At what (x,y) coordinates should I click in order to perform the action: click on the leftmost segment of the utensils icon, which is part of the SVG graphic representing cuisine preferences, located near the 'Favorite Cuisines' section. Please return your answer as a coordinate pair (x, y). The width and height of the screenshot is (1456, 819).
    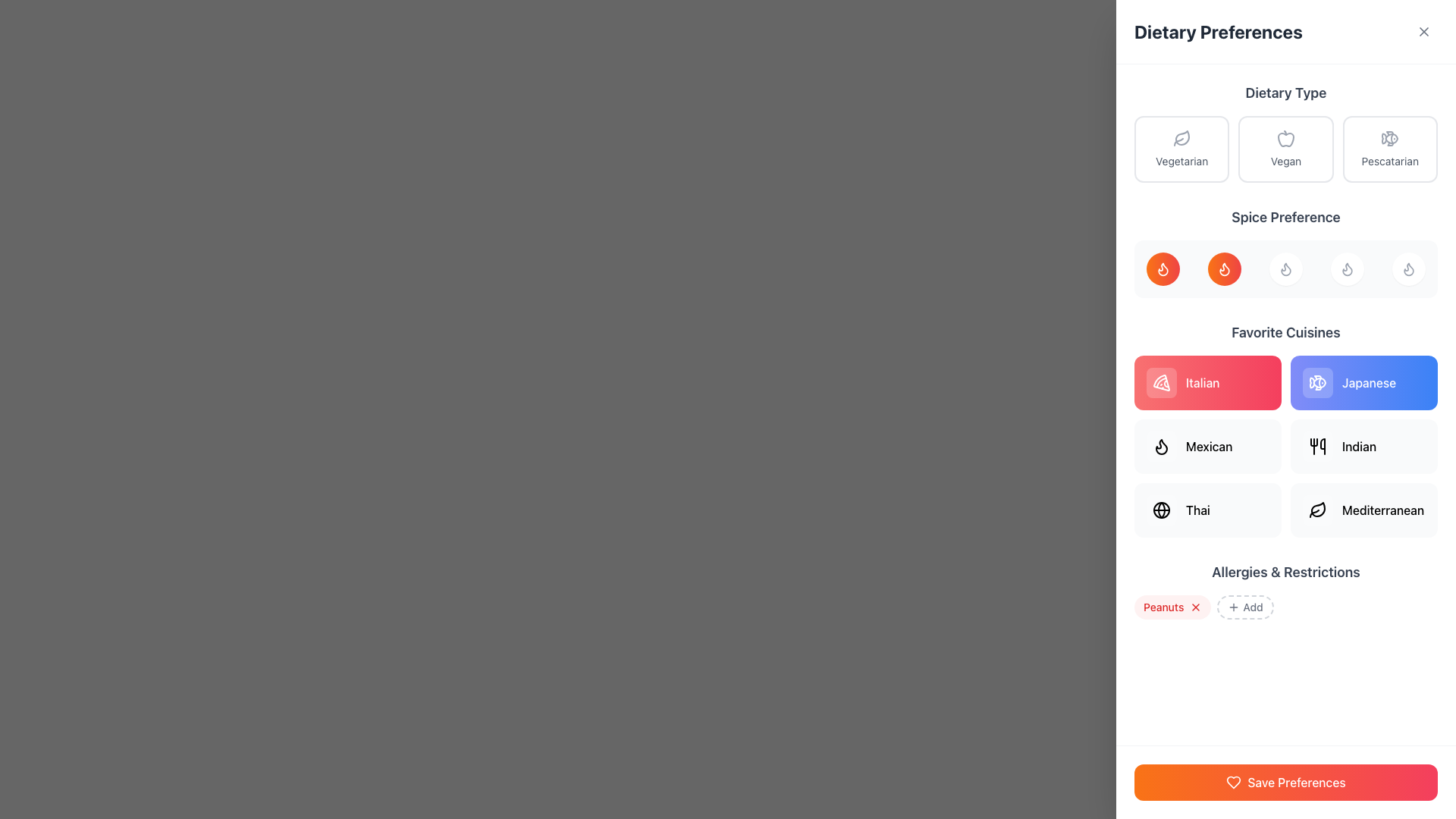
    Looking at the image, I should click on (1313, 442).